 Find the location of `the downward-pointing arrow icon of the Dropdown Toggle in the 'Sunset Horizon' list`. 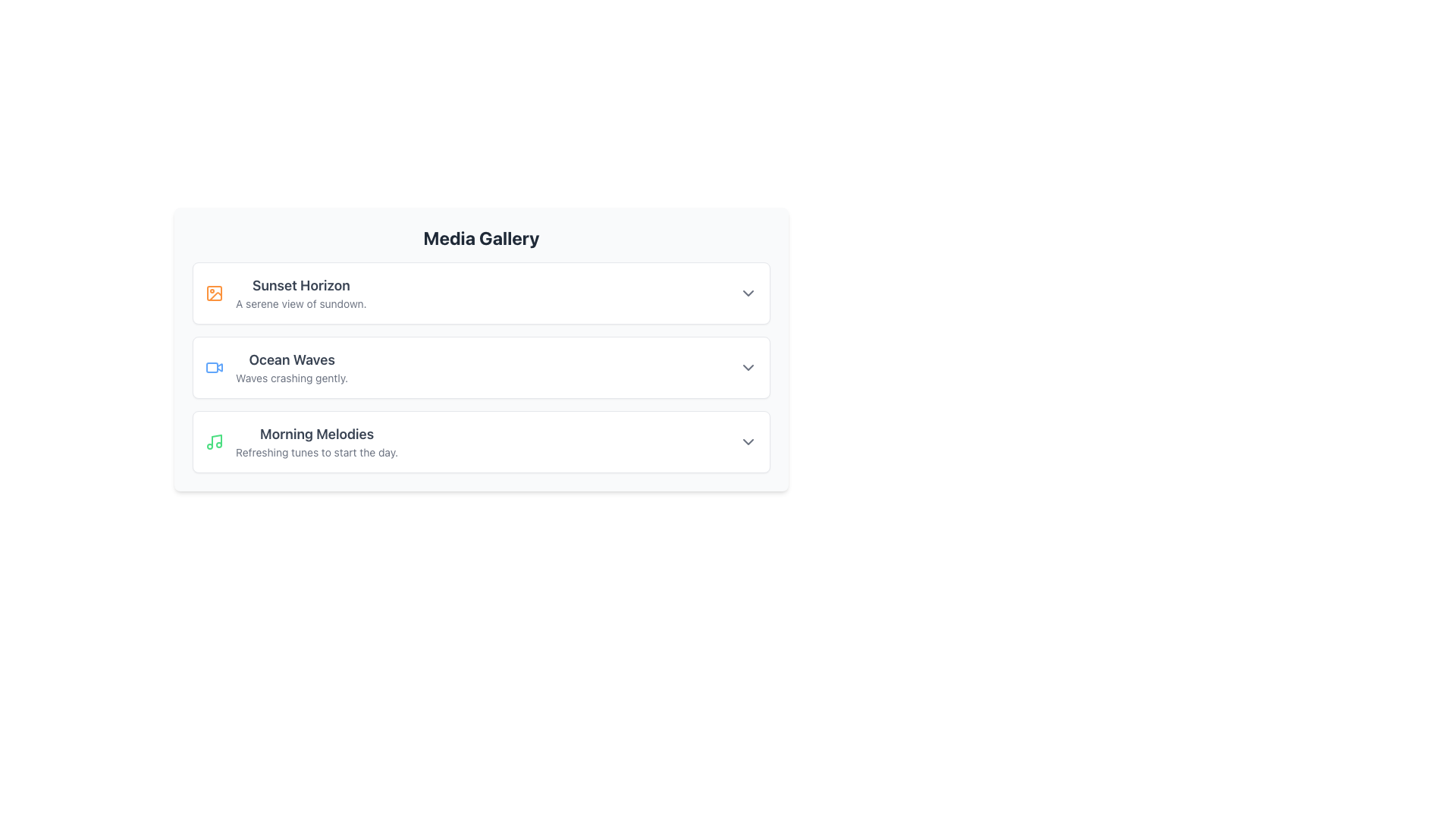

the downward-pointing arrow icon of the Dropdown Toggle in the 'Sunset Horizon' list is located at coordinates (748, 293).